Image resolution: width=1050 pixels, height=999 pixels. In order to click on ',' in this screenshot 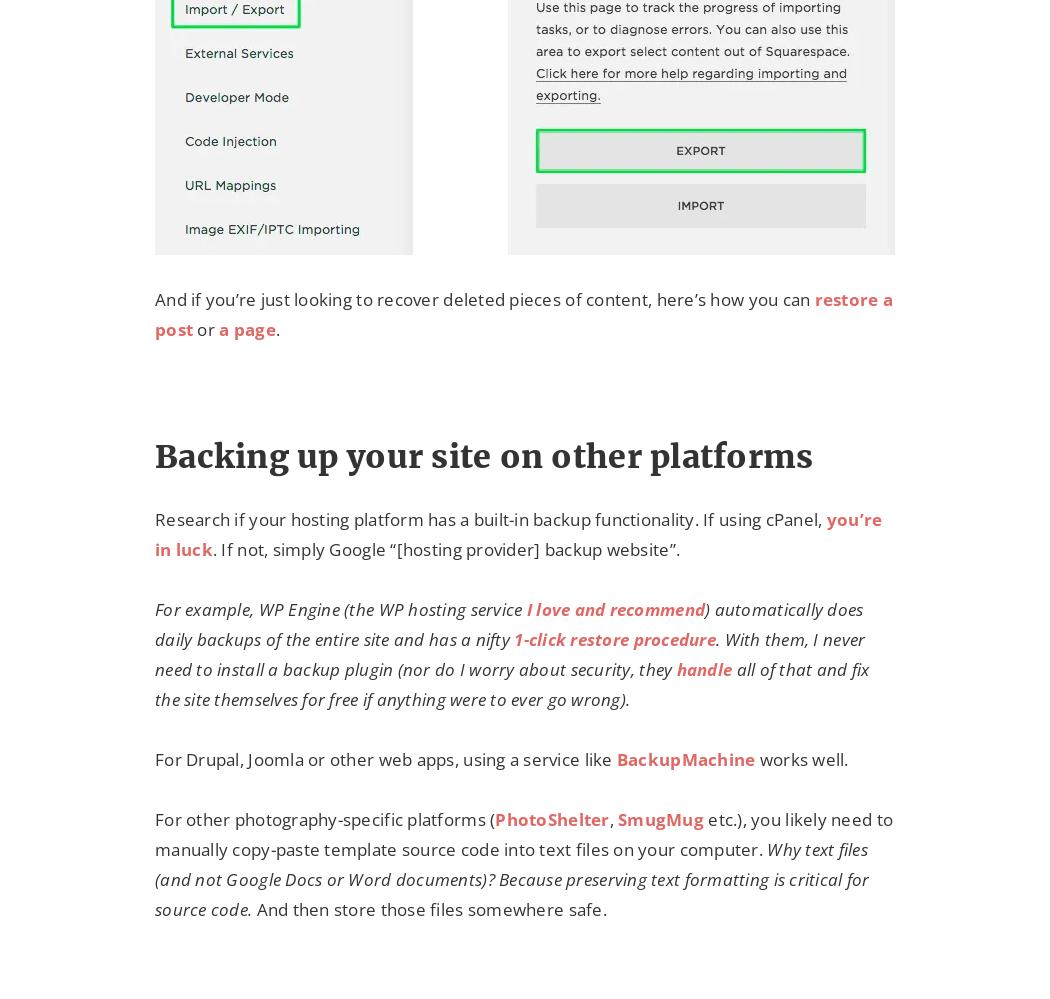, I will do `click(613, 819)`.